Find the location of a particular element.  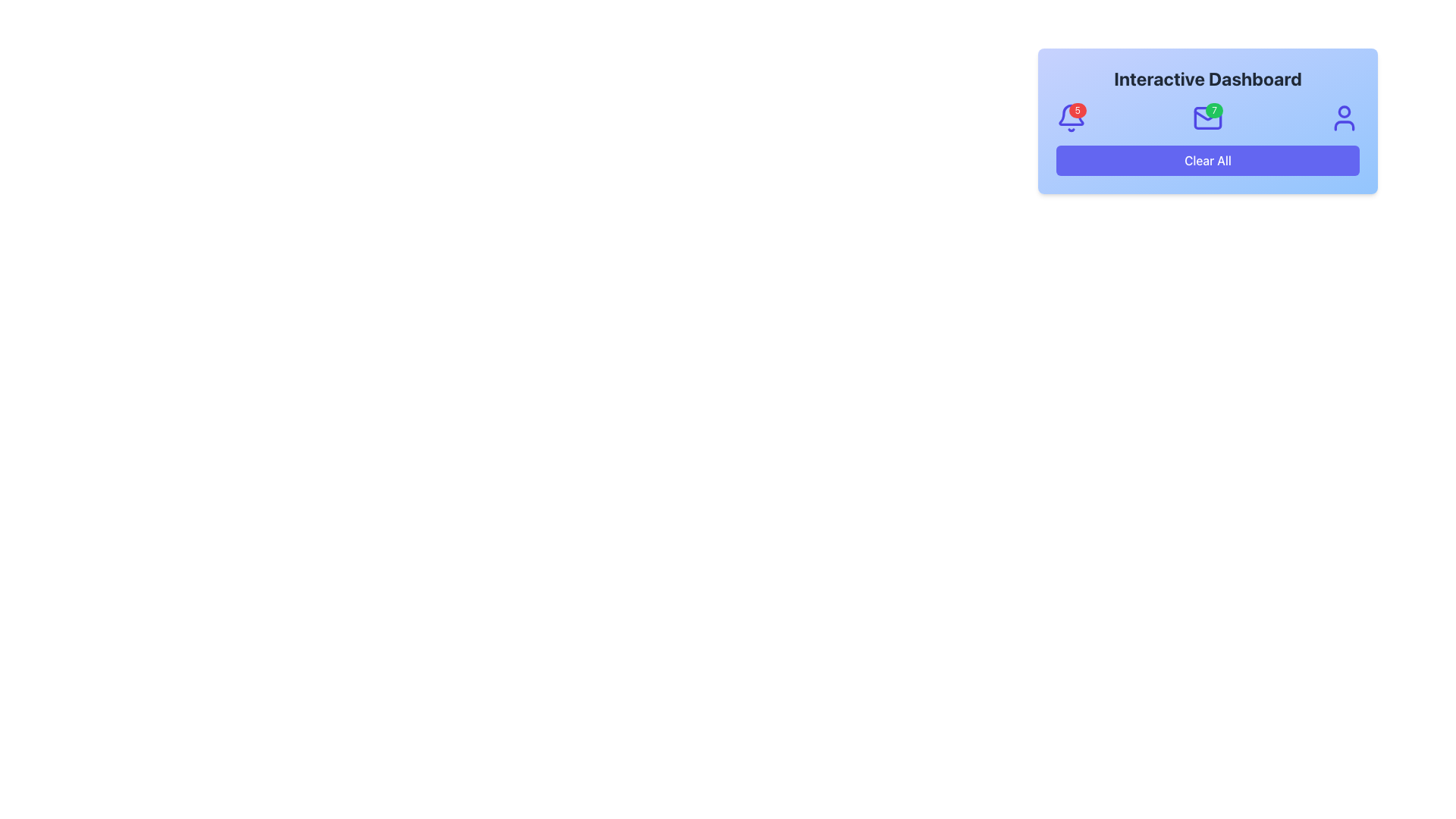

the header text at the top of the dashboard area, which indicates the overall function or purpose of the section is located at coordinates (1207, 79).